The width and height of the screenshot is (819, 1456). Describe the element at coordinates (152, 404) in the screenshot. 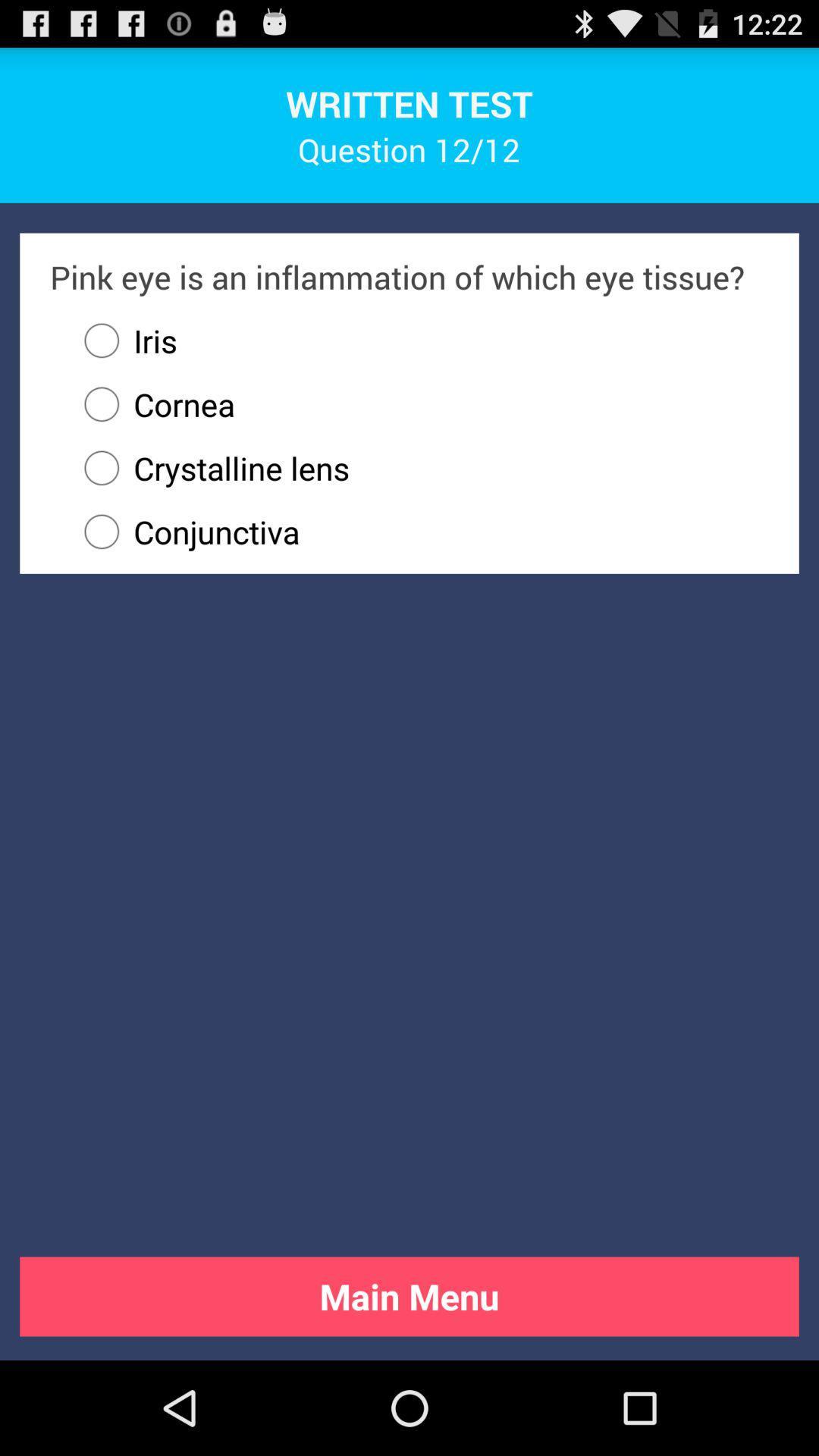

I see `icon below iris icon` at that location.